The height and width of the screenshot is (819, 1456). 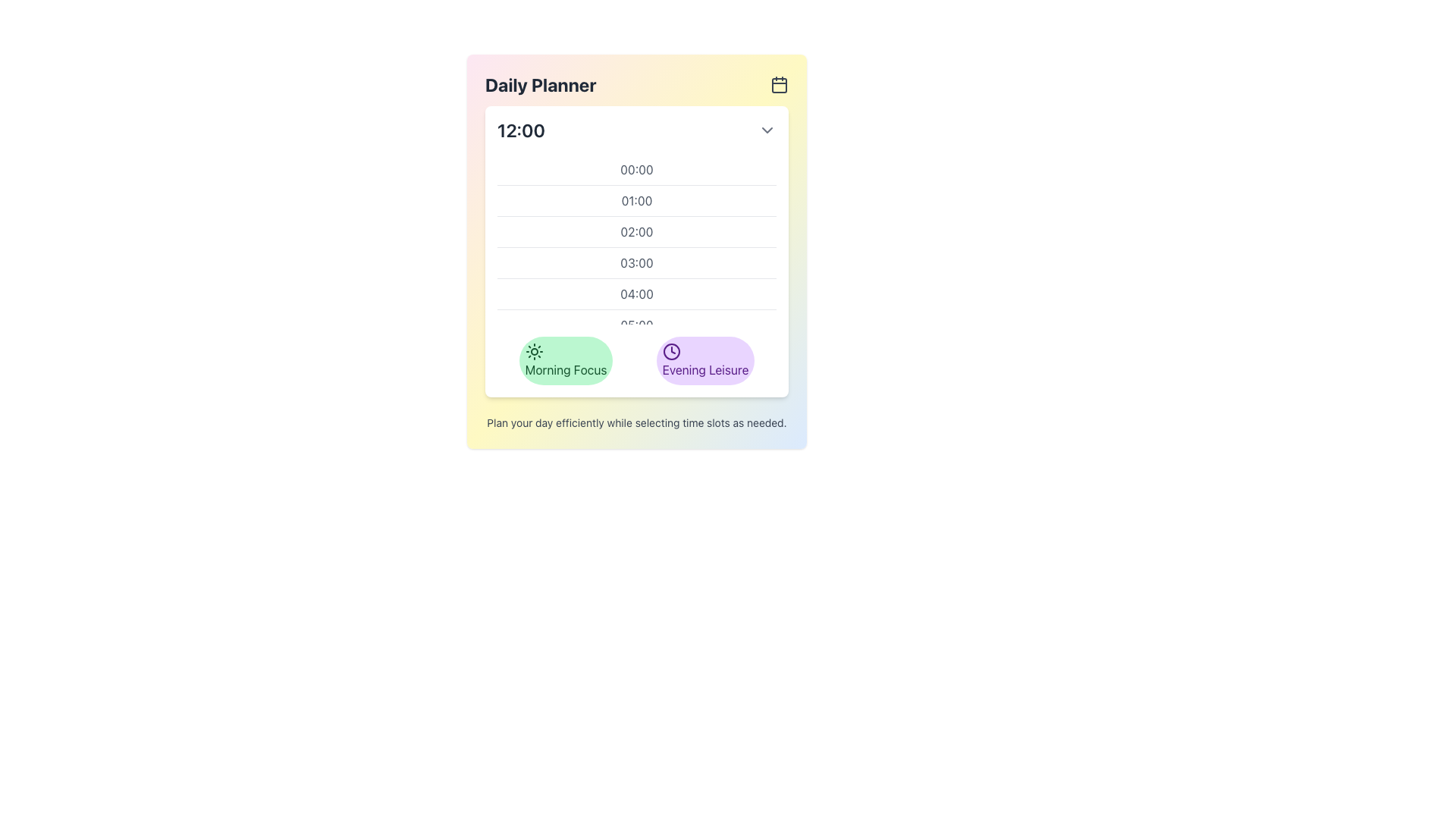 What do you see at coordinates (704, 360) in the screenshot?
I see `the 'Evening Leisure' button, which is the second button in a horizontal pair located near the bottom of the 'Daily Planner' interface` at bounding box center [704, 360].